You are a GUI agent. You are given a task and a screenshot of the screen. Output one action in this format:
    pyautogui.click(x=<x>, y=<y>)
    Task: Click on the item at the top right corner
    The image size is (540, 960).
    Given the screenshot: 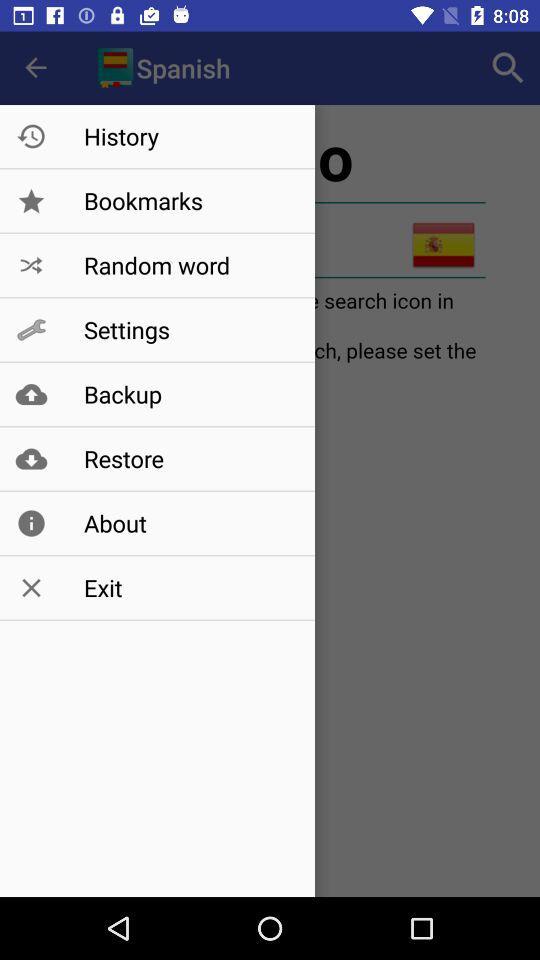 What is the action you would take?
    pyautogui.click(x=508, y=68)
    